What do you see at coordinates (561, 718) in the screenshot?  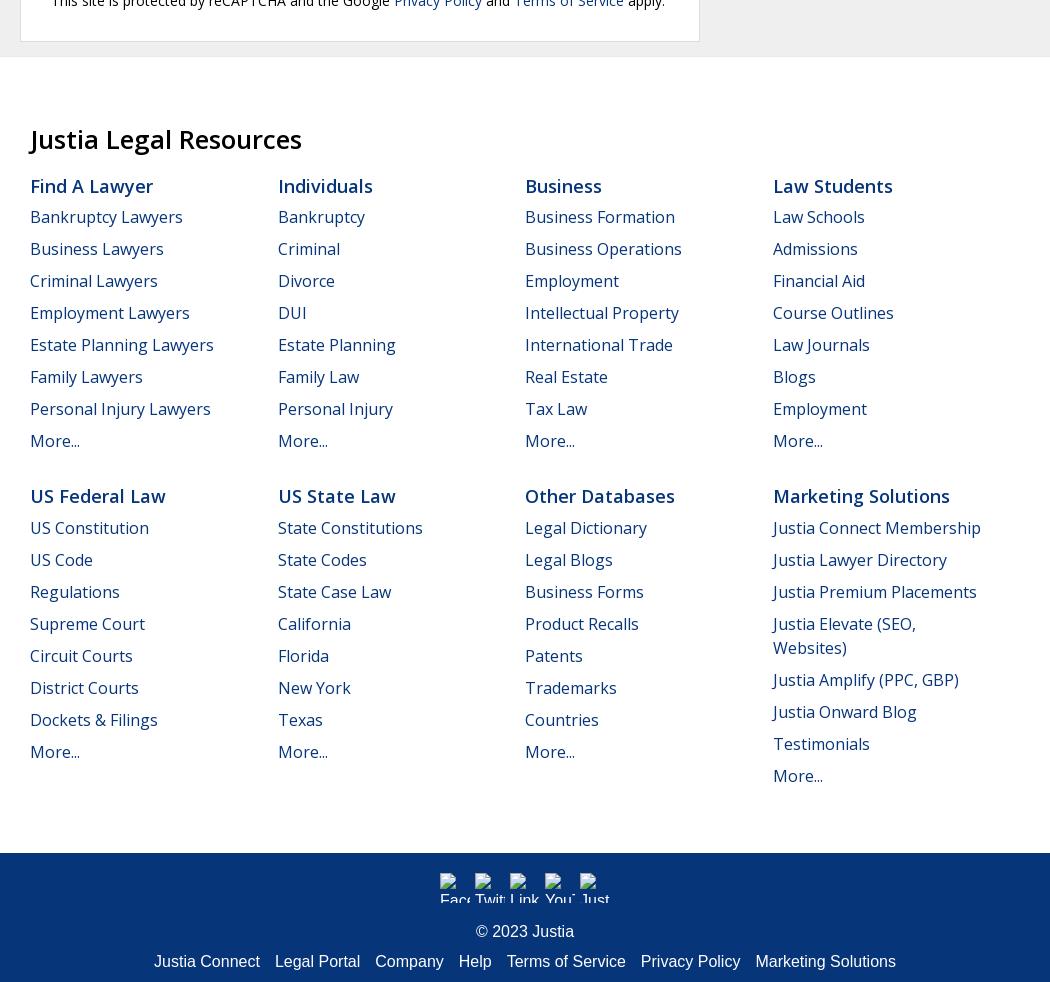 I see `'Countries'` at bounding box center [561, 718].